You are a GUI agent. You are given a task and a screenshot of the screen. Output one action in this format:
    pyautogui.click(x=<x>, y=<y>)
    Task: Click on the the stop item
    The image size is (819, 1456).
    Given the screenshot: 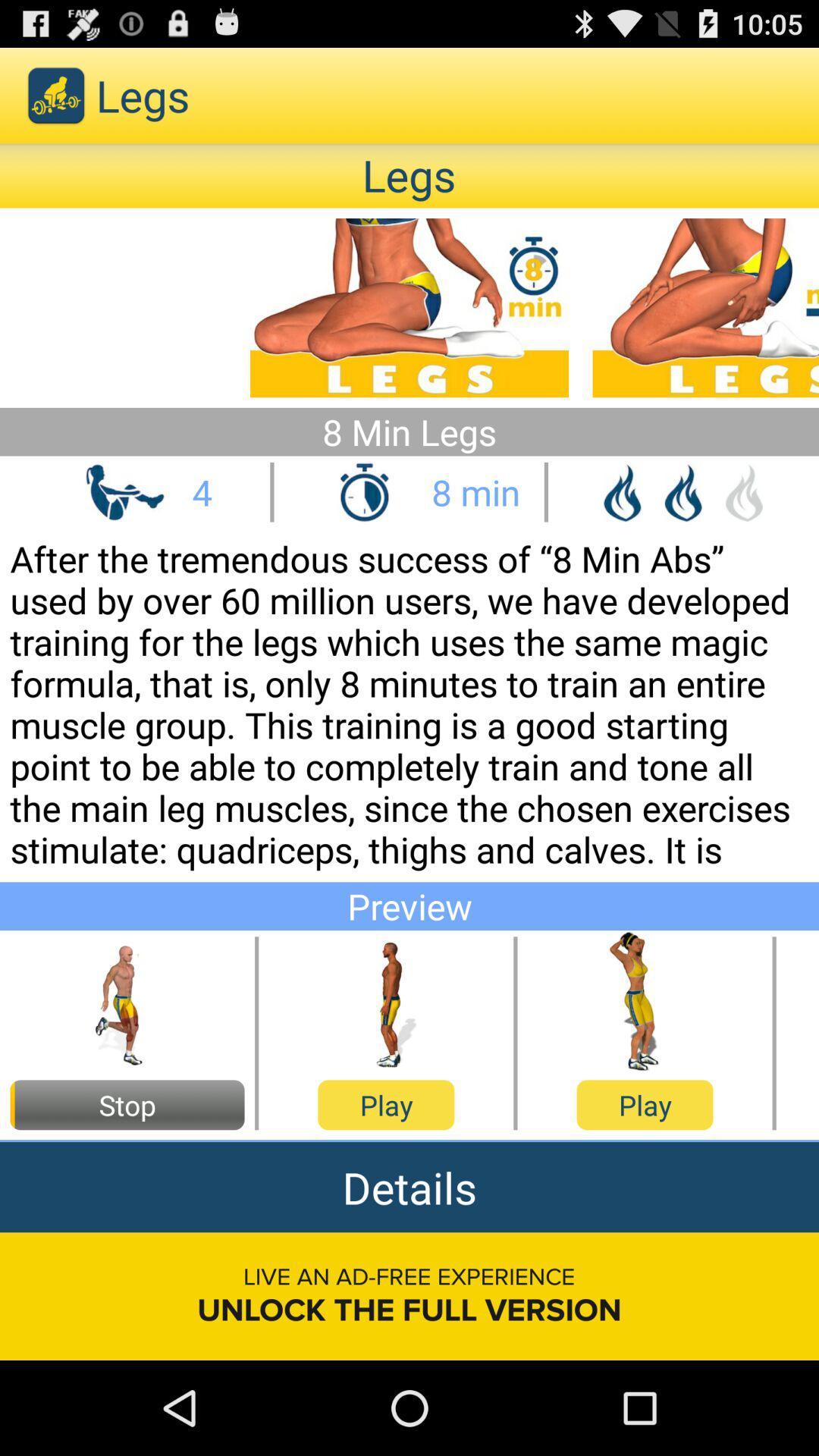 What is the action you would take?
    pyautogui.click(x=127, y=1105)
    